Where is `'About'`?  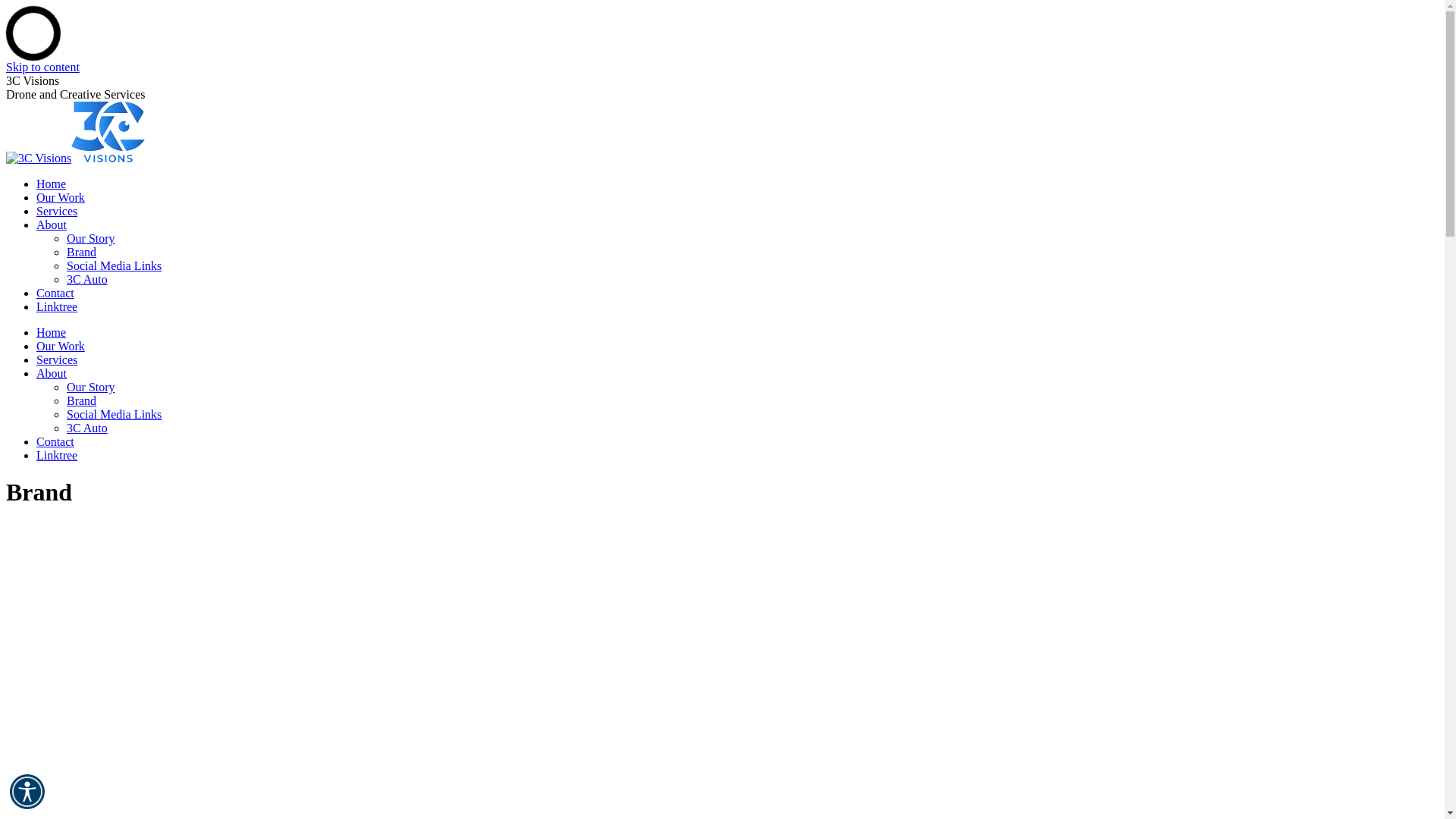
'About' is located at coordinates (51, 373).